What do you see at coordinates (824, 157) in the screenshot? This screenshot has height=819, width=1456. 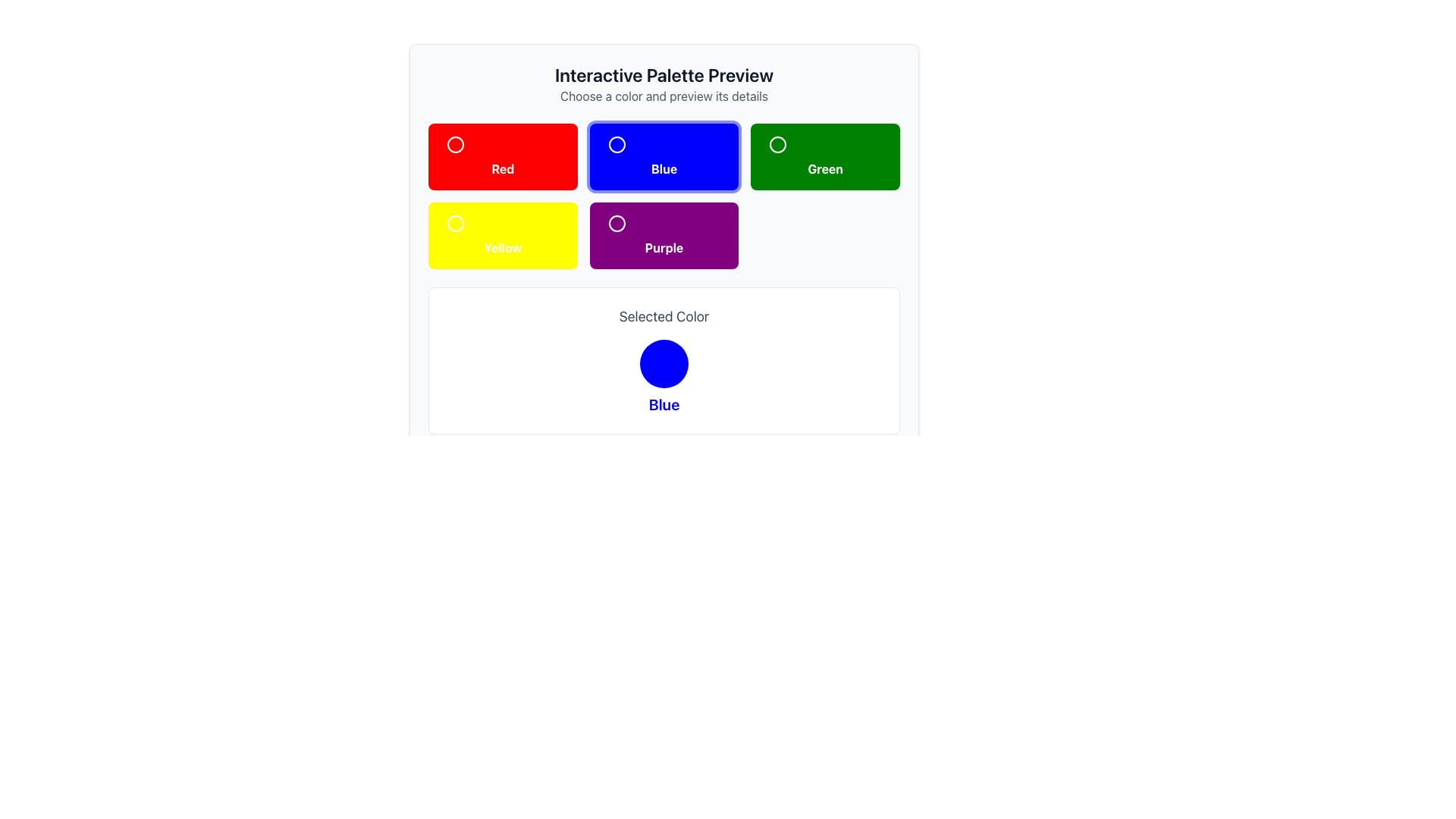 I see `the interactive button labeled 'Green' located at the top-right position of the grid layout` at bounding box center [824, 157].